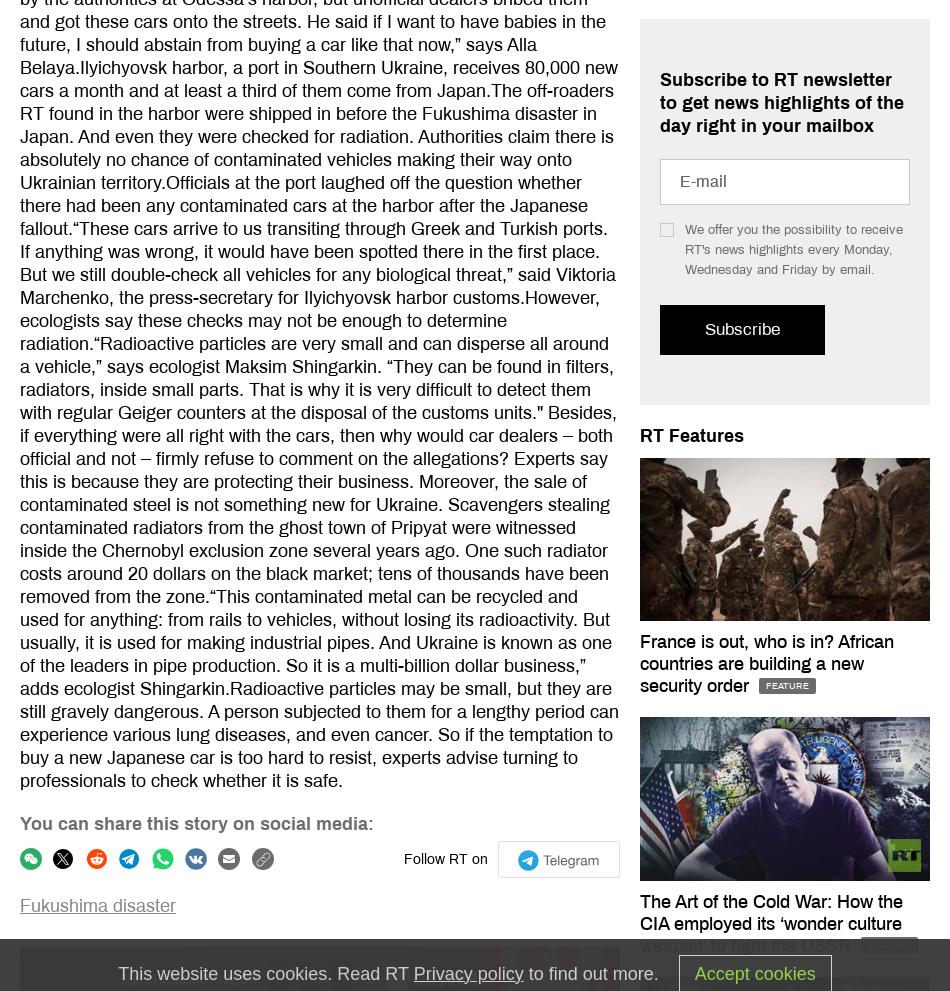  What do you see at coordinates (691, 436) in the screenshot?
I see `'RT Features'` at bounding box center [691, 436].